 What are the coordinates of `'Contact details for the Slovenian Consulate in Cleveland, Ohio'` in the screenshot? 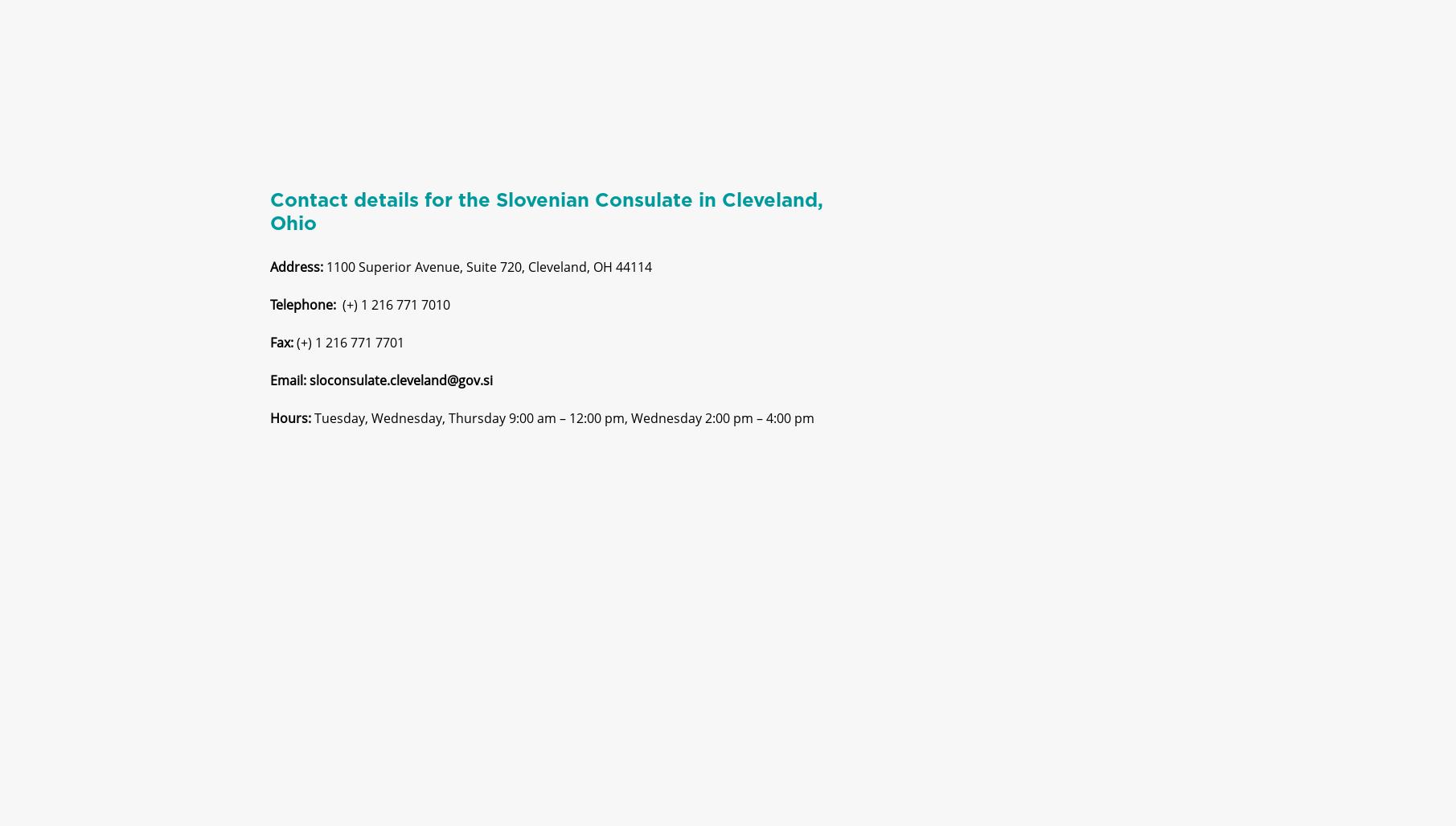 It's located at (545, 225).